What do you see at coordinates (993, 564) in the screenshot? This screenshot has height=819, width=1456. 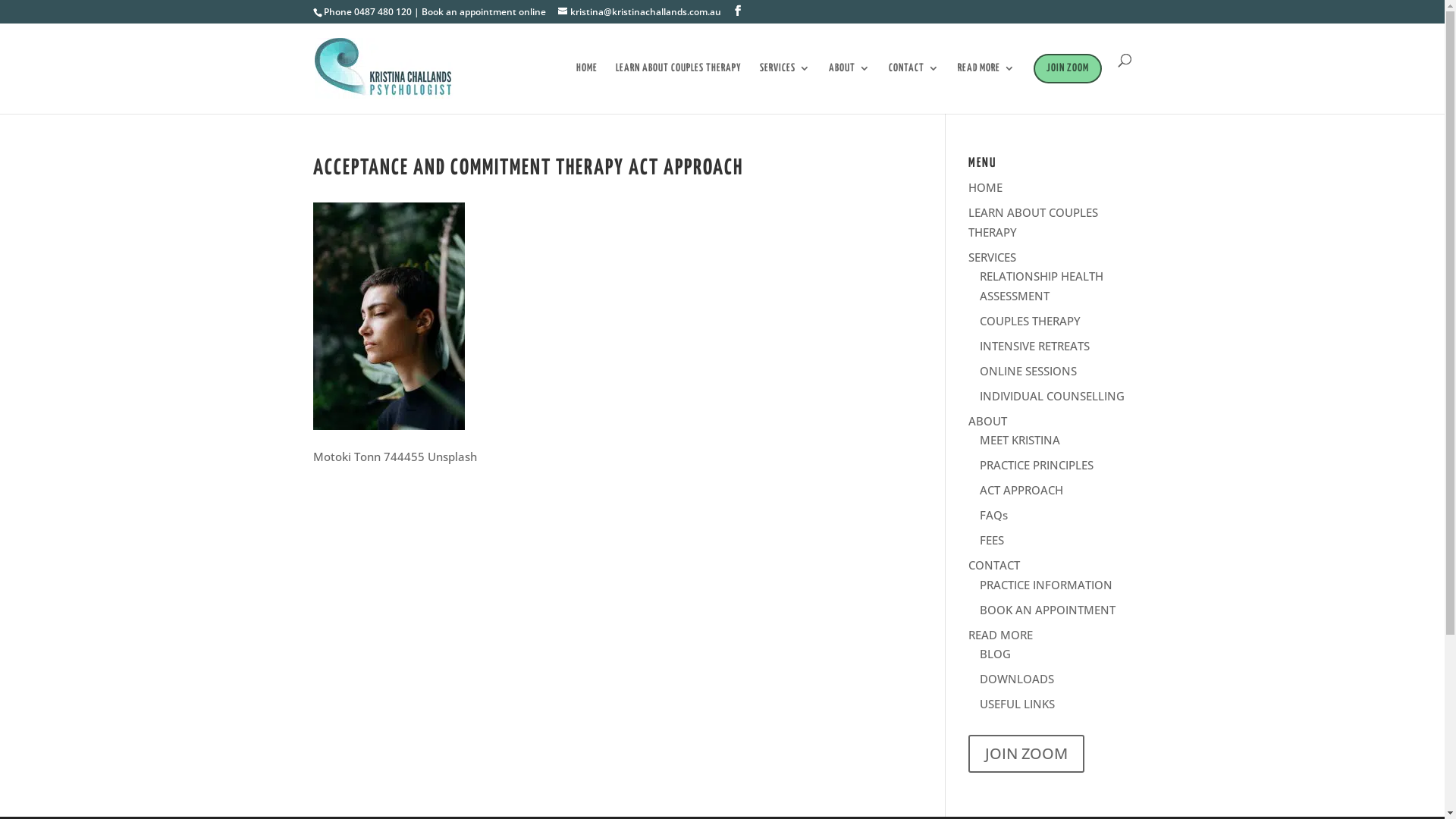 I see `'CONTACT'` at bounding box center [993, 564].